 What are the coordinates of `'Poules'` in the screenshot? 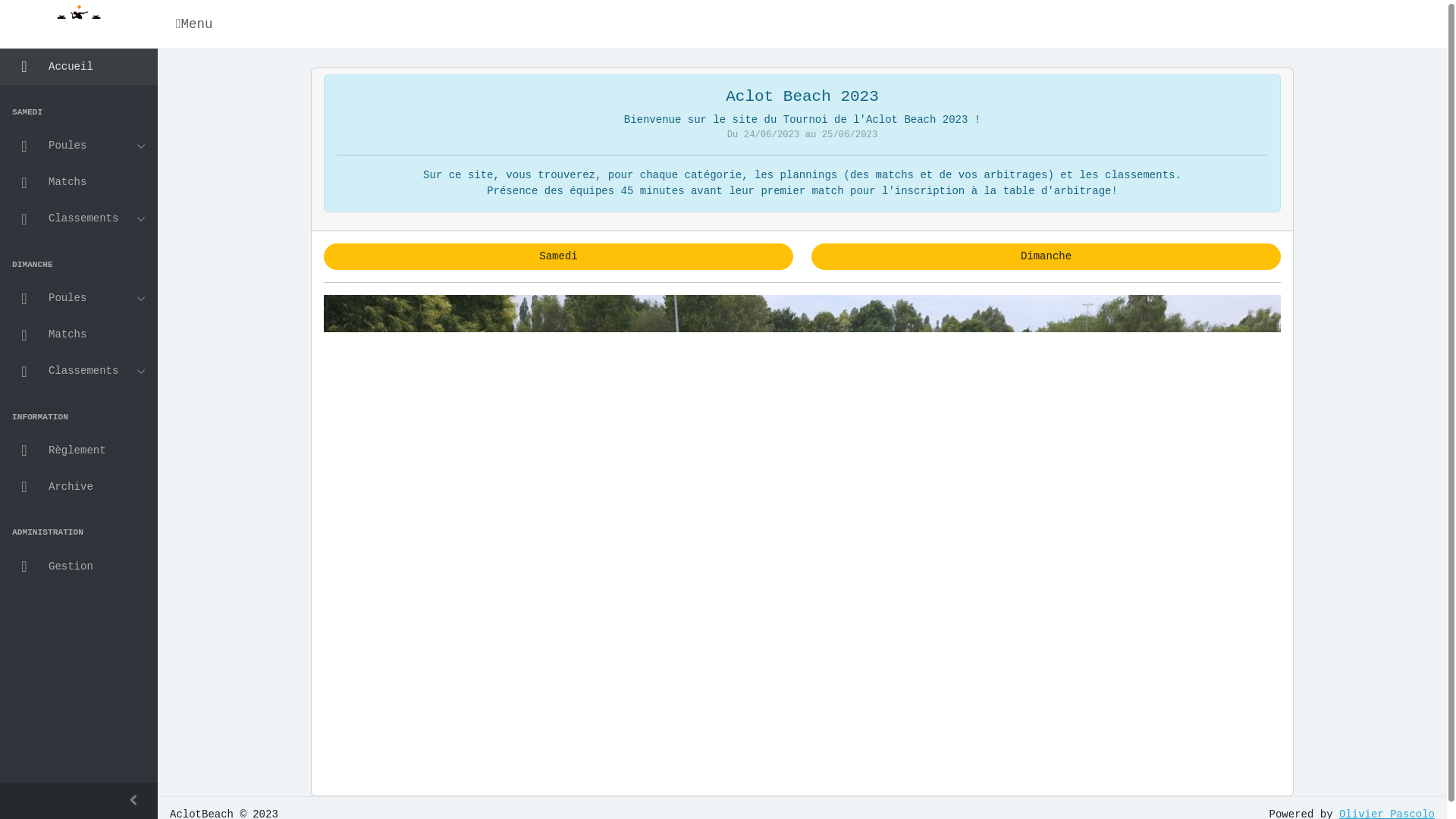 It's located at (78, 298).